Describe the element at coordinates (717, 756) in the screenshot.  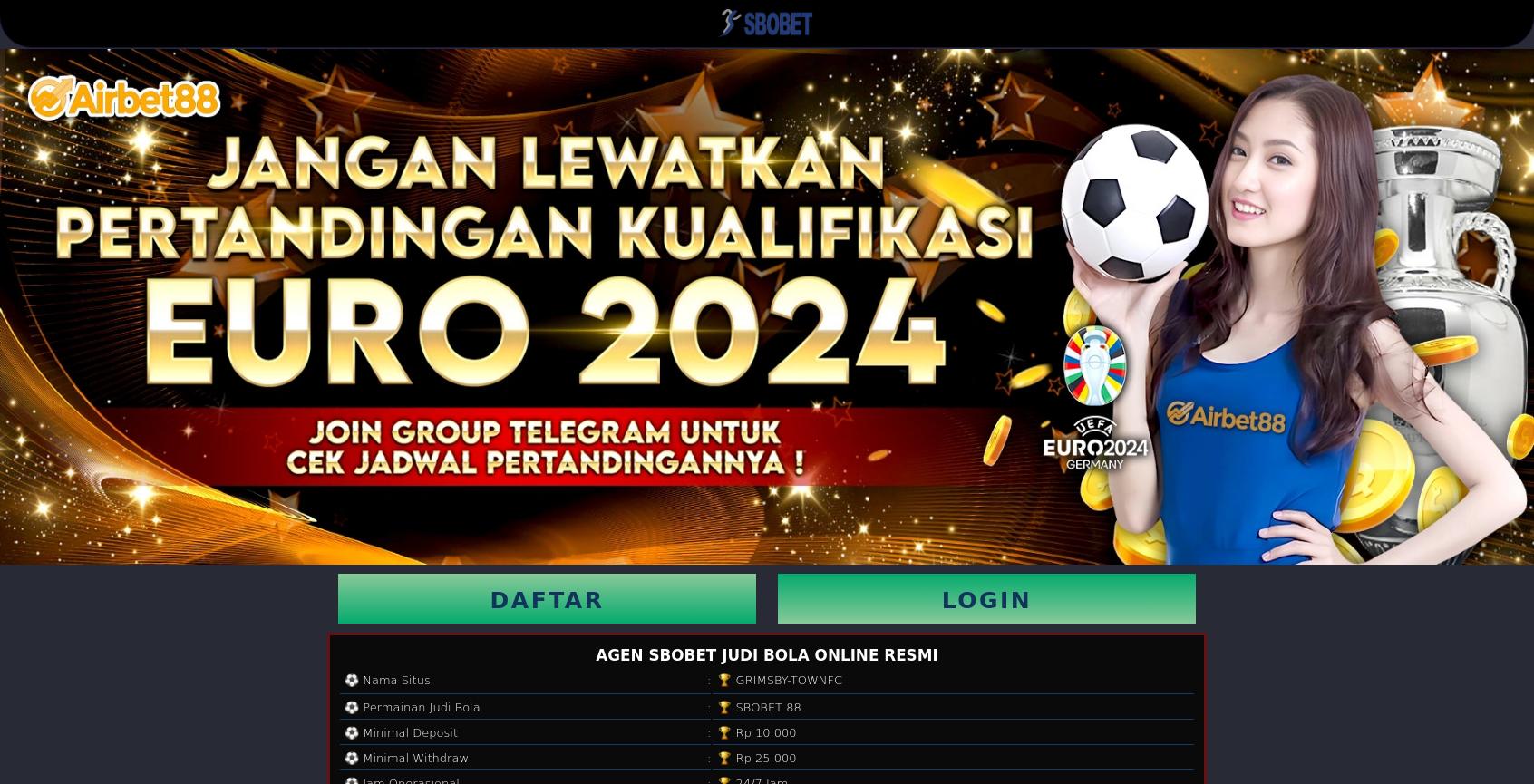
I see `'🏆 Rp 25.000'` at that location.